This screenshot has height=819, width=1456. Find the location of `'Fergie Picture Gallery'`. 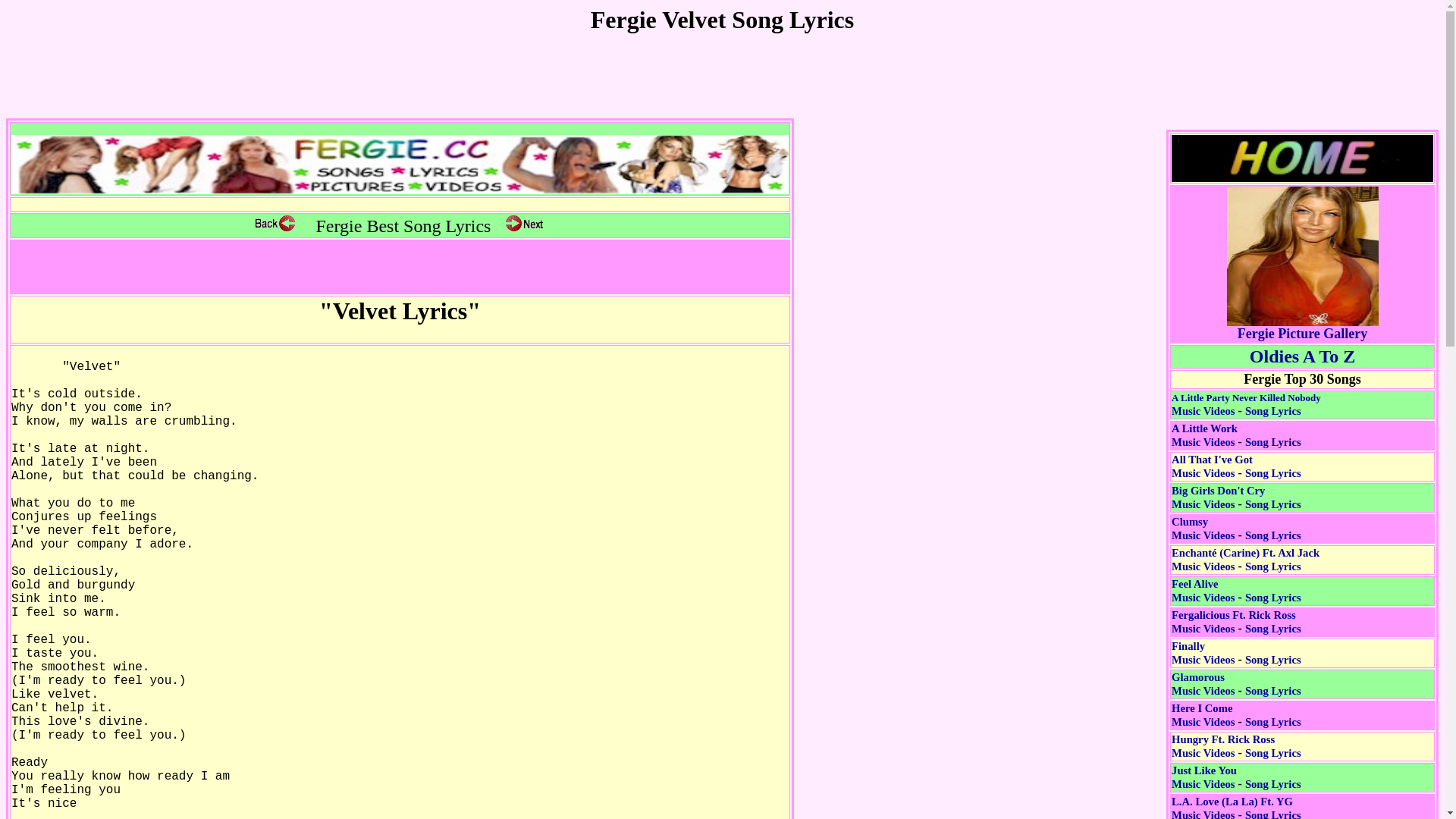

'Fergie Picture Gallery' is located at coordinates (1302, 327).